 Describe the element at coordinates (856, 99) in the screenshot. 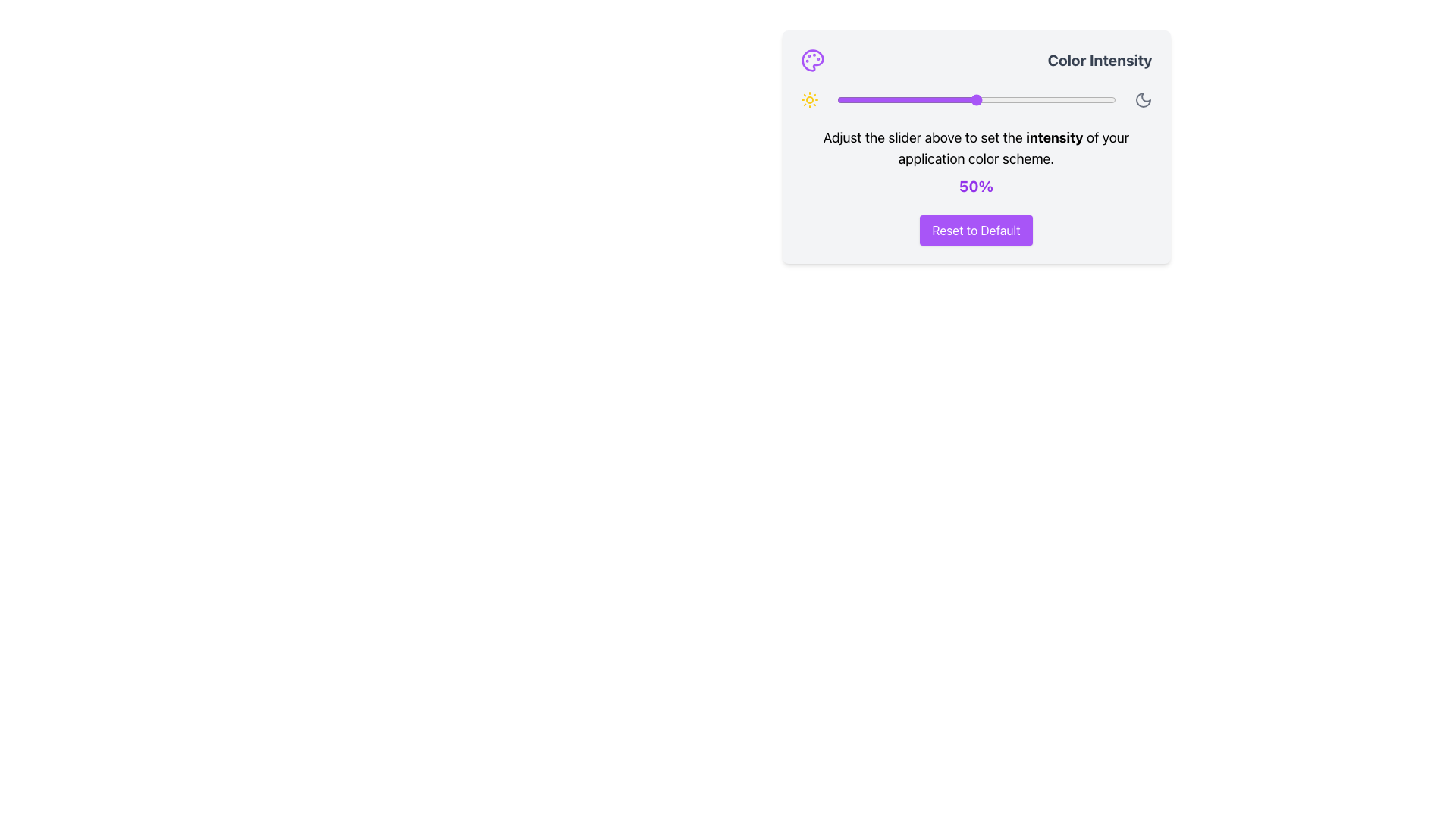

I see `the color intensity slider` at that location.